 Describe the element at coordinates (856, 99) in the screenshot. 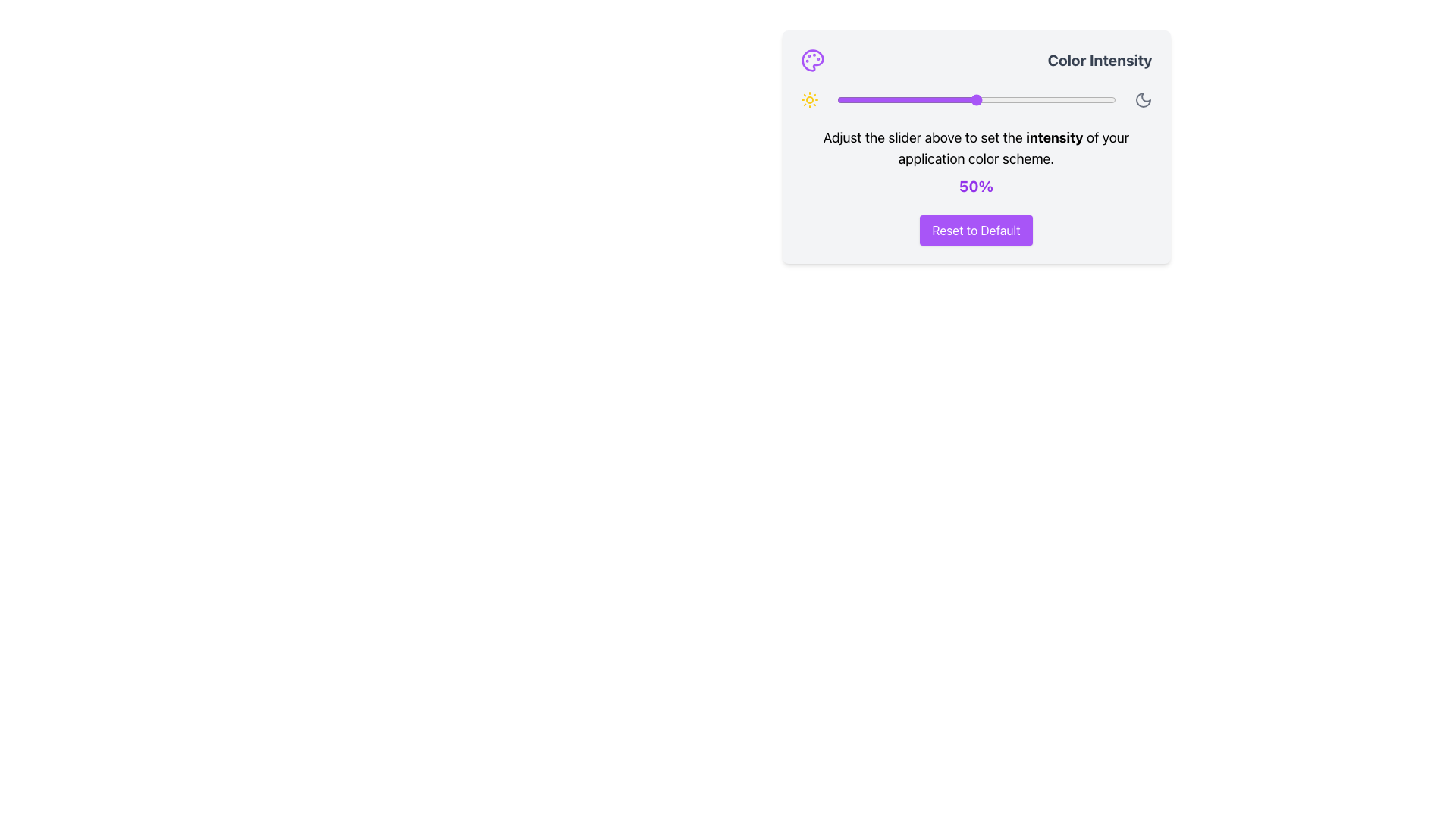

I see `the color intensity slider` at that location.